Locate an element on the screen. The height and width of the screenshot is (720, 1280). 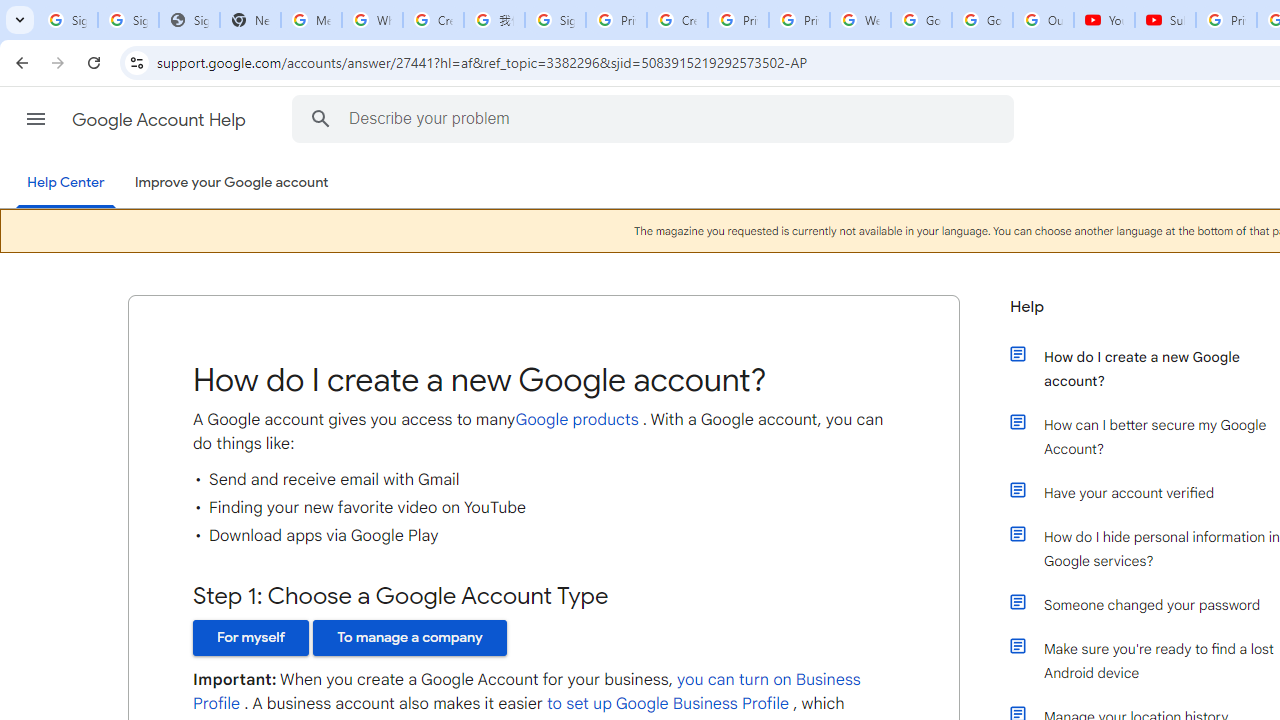
'Subscriptions - YouTube' is located at coordinates (1165, 20).